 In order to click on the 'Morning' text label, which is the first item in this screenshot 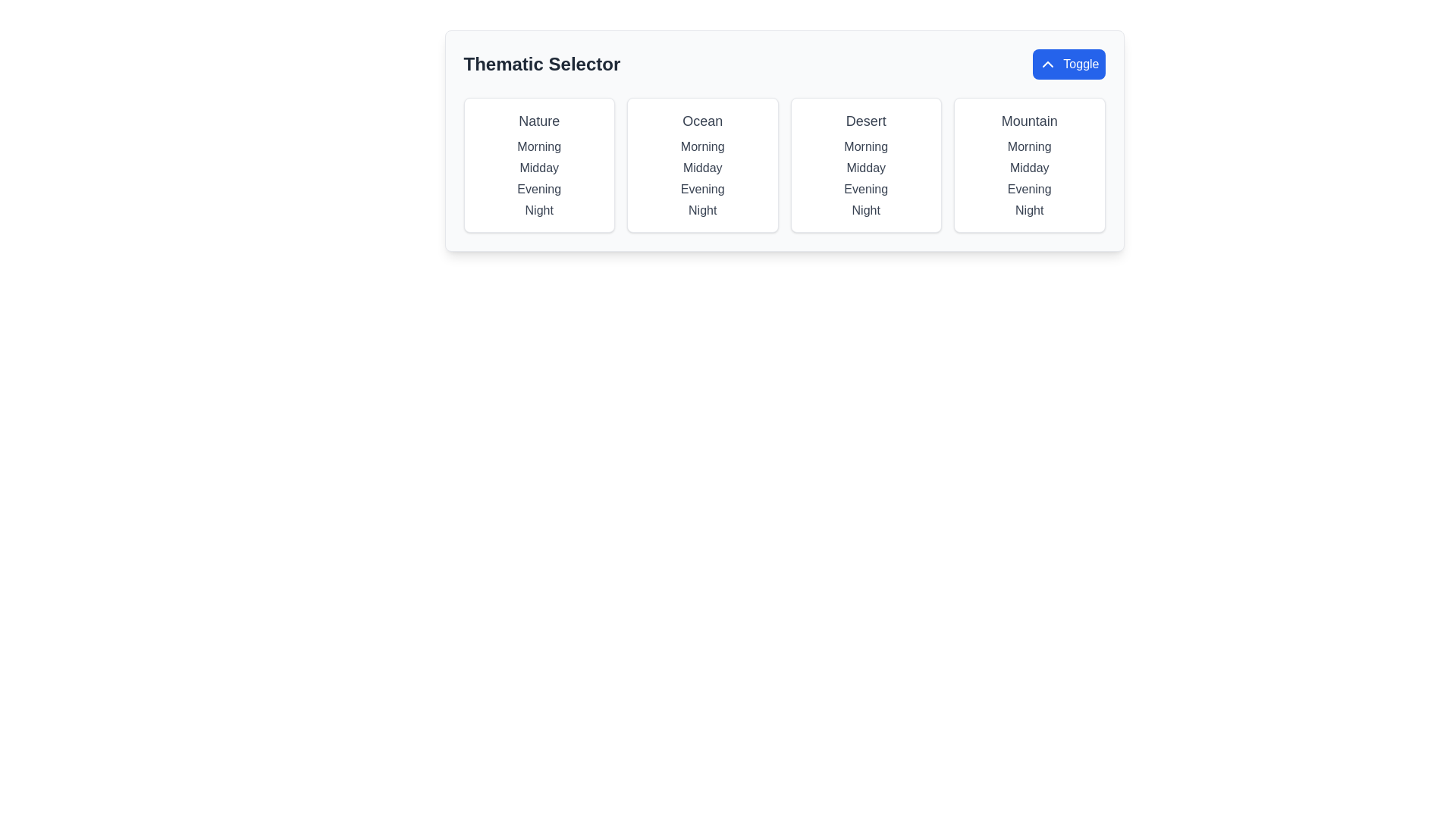, I will do `click(701, 146)`.